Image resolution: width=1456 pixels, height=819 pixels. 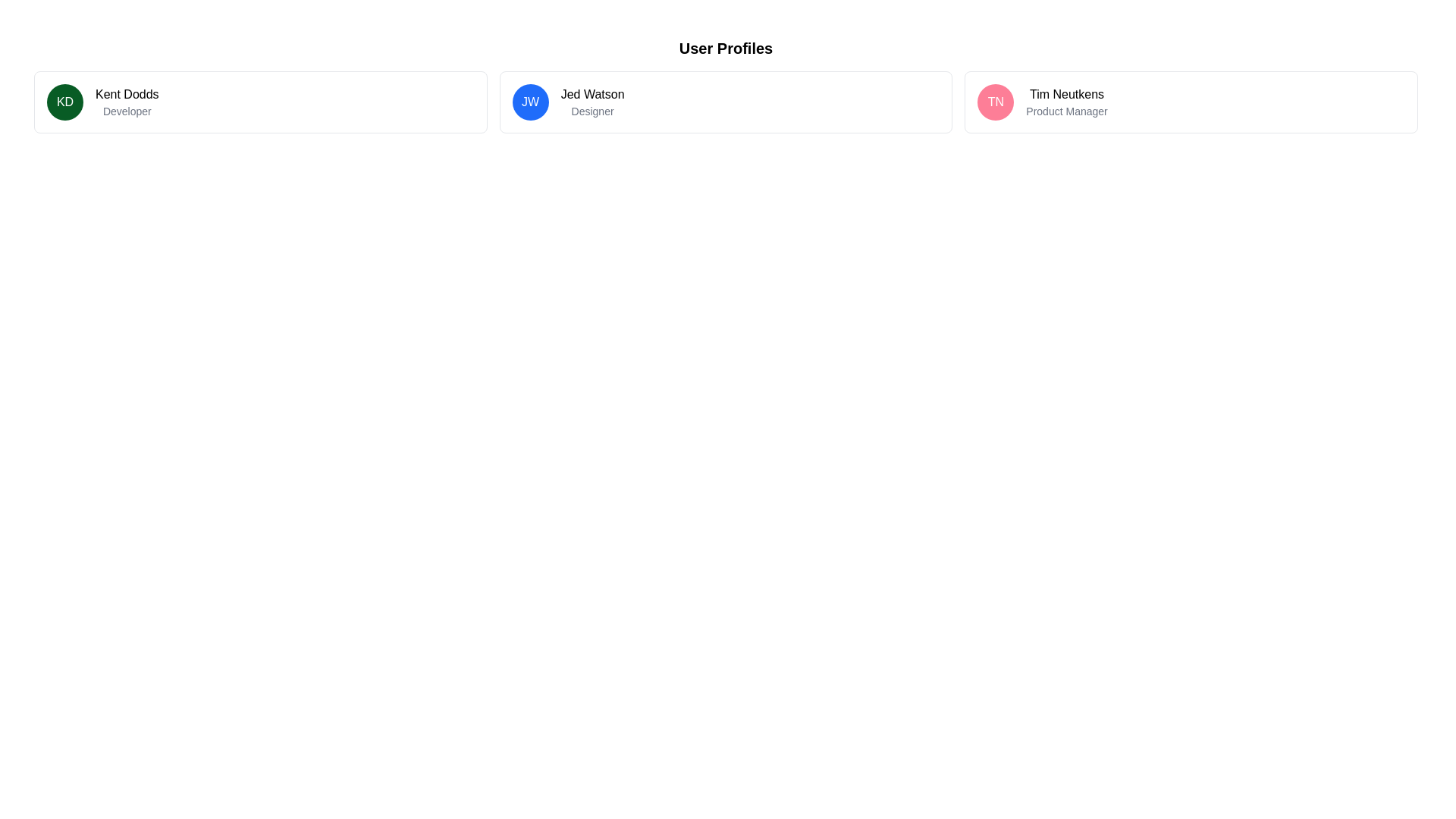 What do you see at coordinates (260, 102) in the screenshot?
I see `the user profile card for 'Kent Dodds' which features a circular avatar with 'KD' on a green background and the text 'Kent Dodds' in bold with 'Developer' below it` at bounding box center [260, 102].